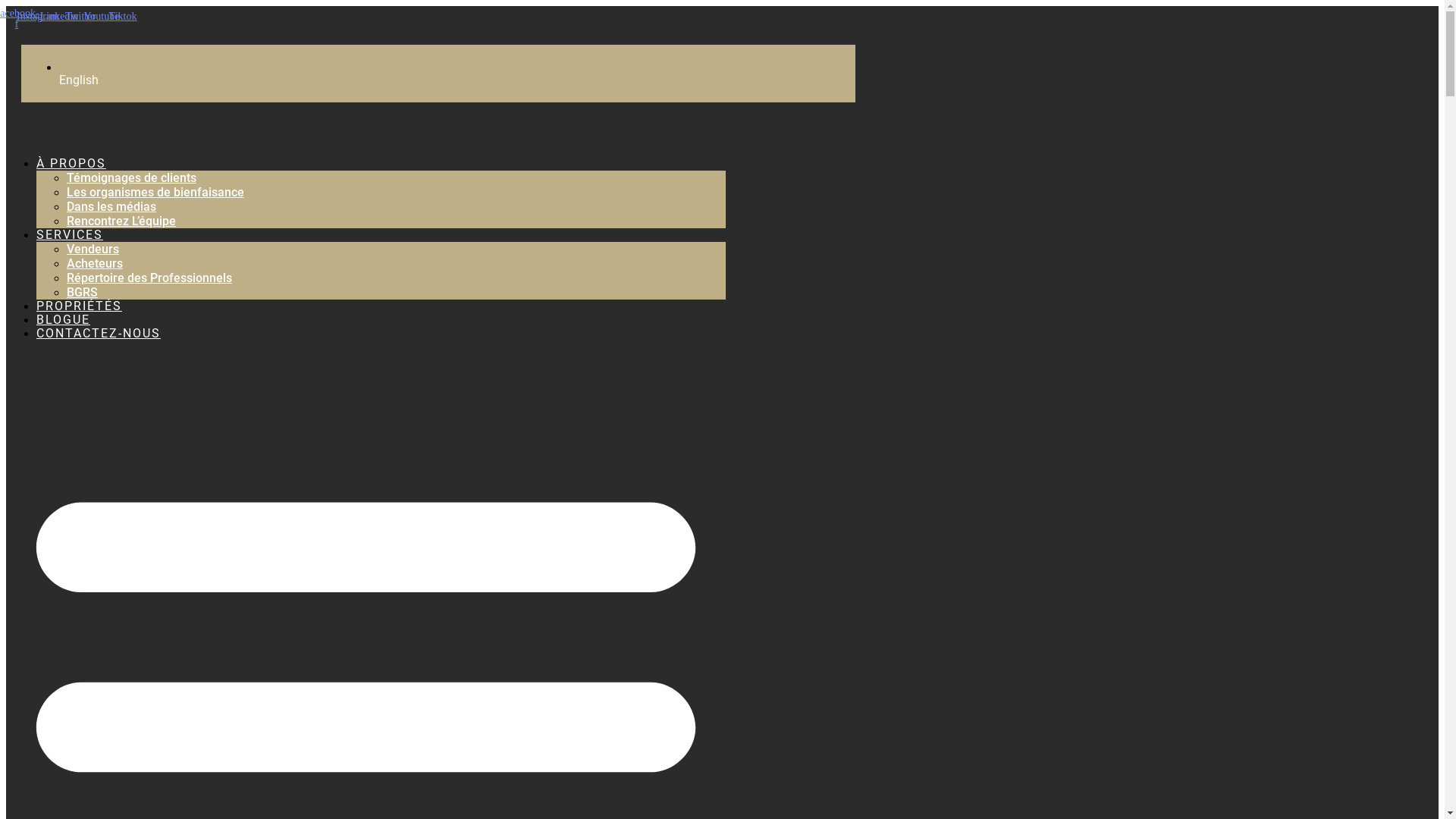 This screenshot has height=819, width=1456. Describe the element at coordinates (155, 191) in the screenshot. I see `'Les organismes de bienfaisance'` at that location.